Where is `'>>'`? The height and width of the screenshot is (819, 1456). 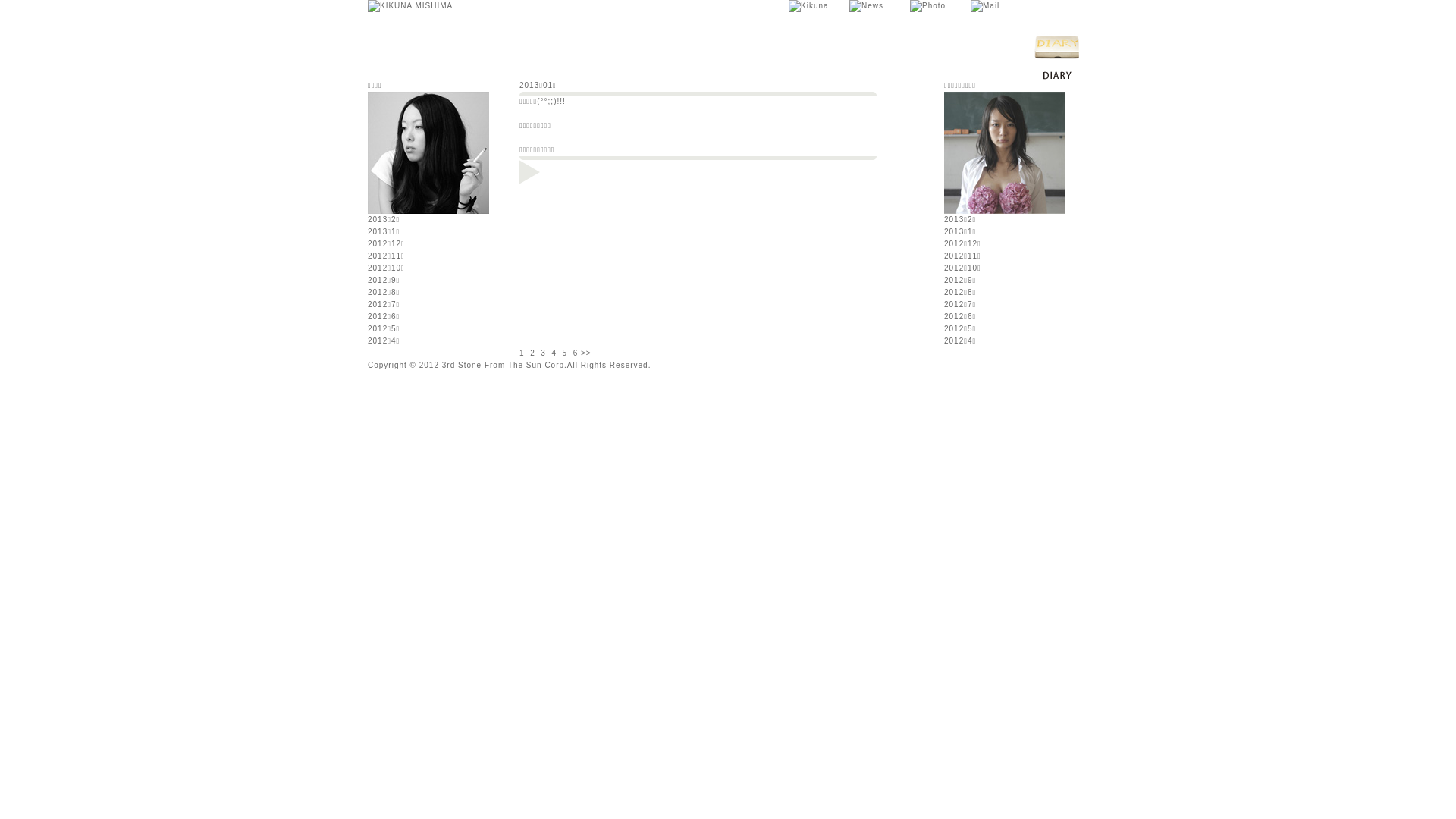 '>>' is located at coordinates (580, 353).